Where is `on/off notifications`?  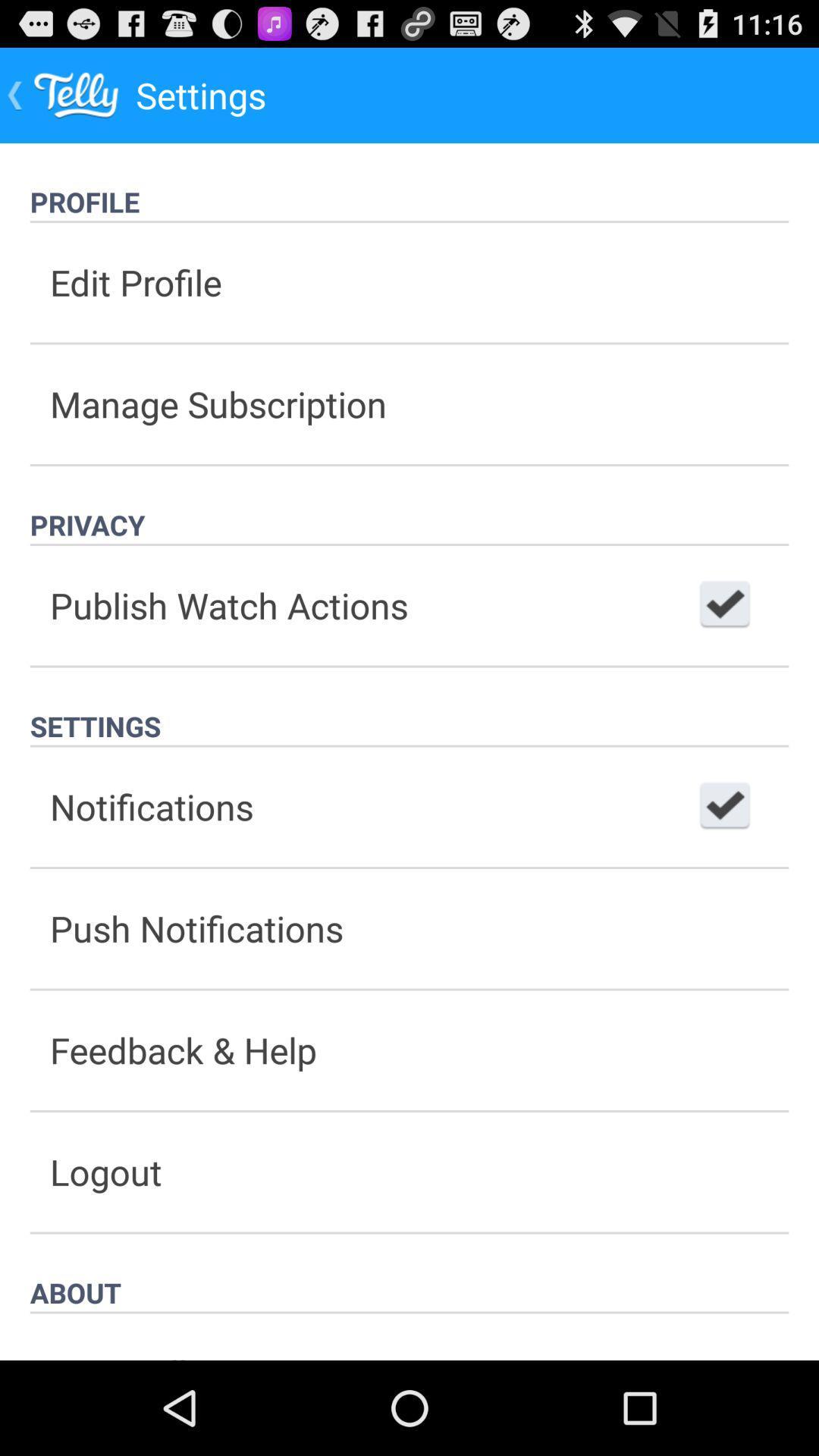
on/off notifications is located at coordinates (724, 806).